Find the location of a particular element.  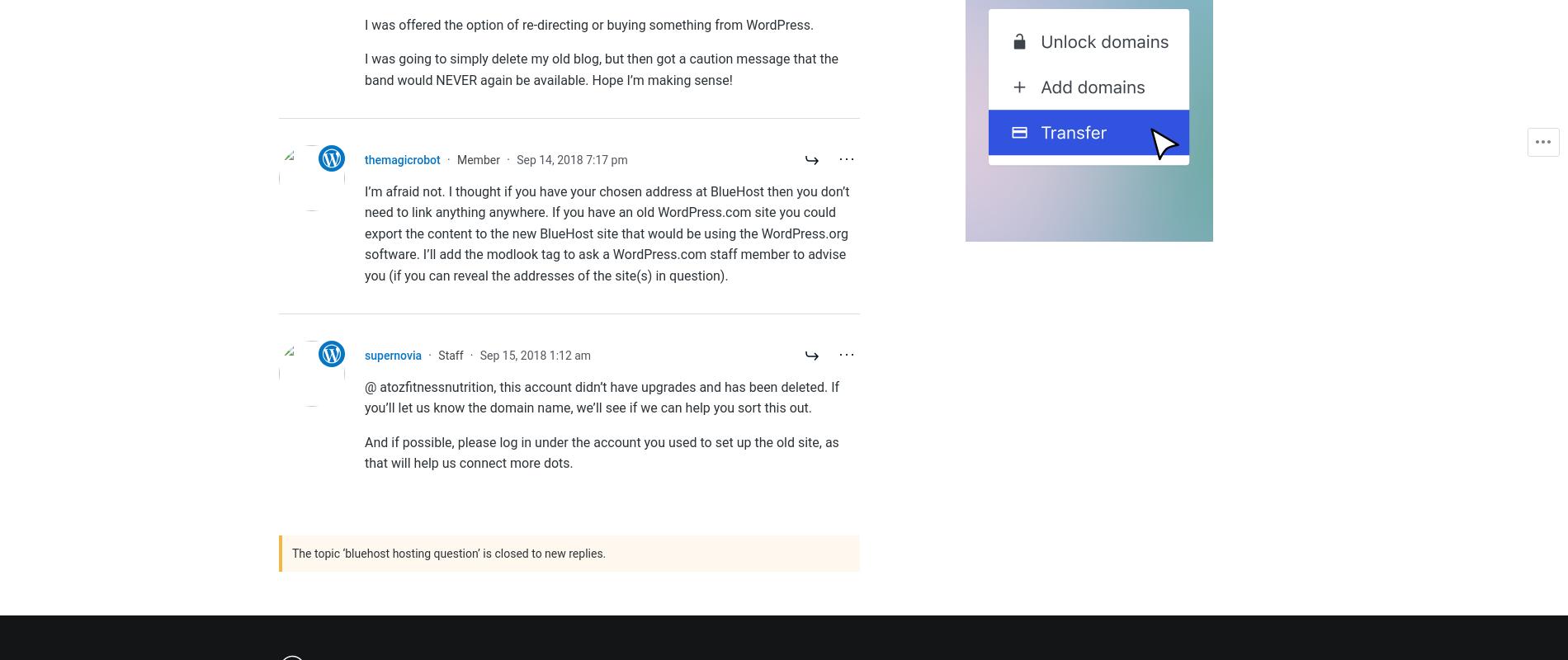

'I’m afraid not. I thought if you have your chosen address at BlueHost then you don’t need to link anything anywhere. If you have an old WordPress.com site you could export the content to the new BlueHost site that would be using the WordPress.org software. I’ll add the modlook tag to ask a WordPress.com staff member to advise you (if you can reveal the addresses of the site(s) in question).' is located at coordinates (606, 233).